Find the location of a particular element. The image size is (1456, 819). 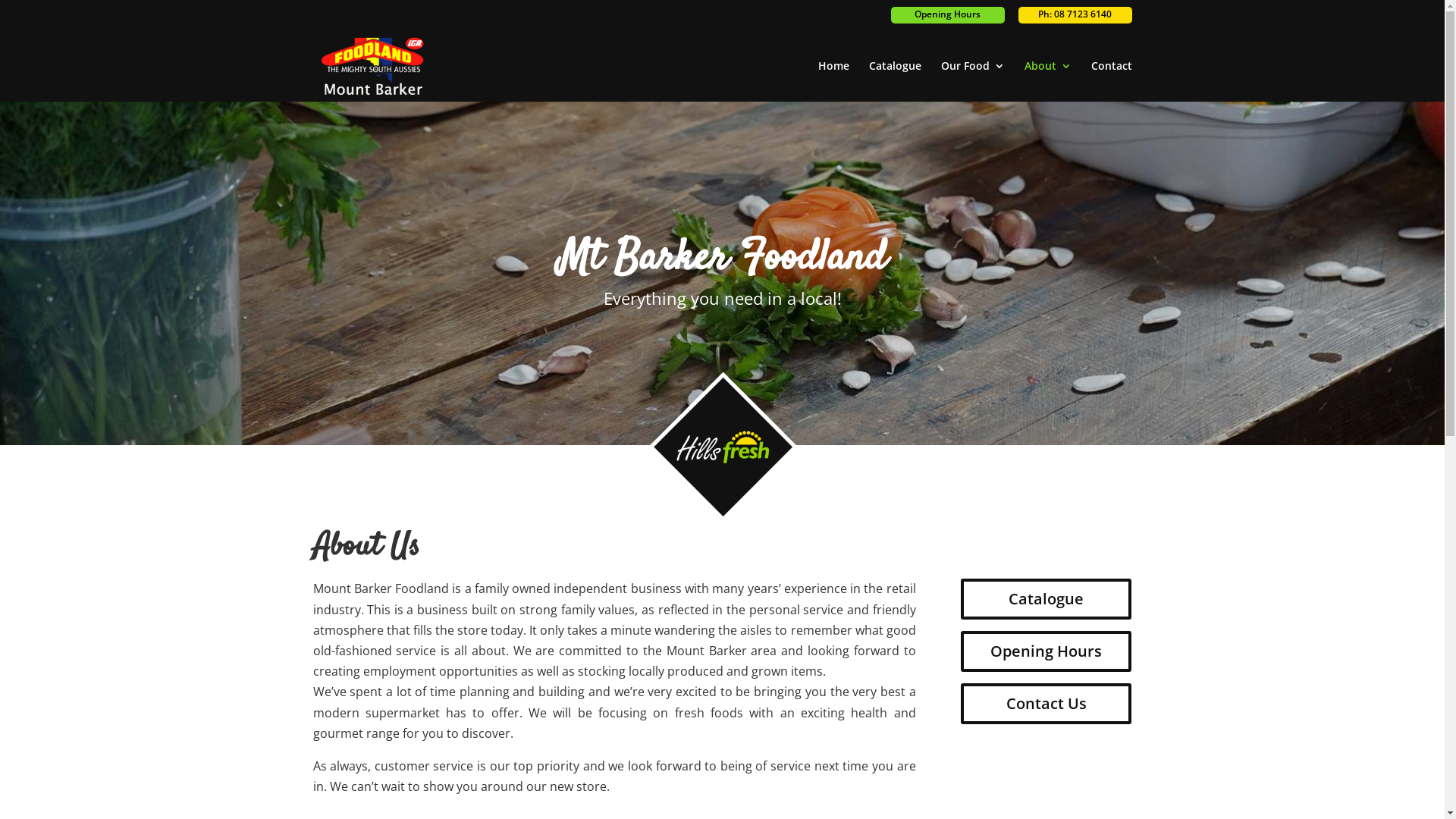

'Opening Hours' is located at coordinates (1045, 651).